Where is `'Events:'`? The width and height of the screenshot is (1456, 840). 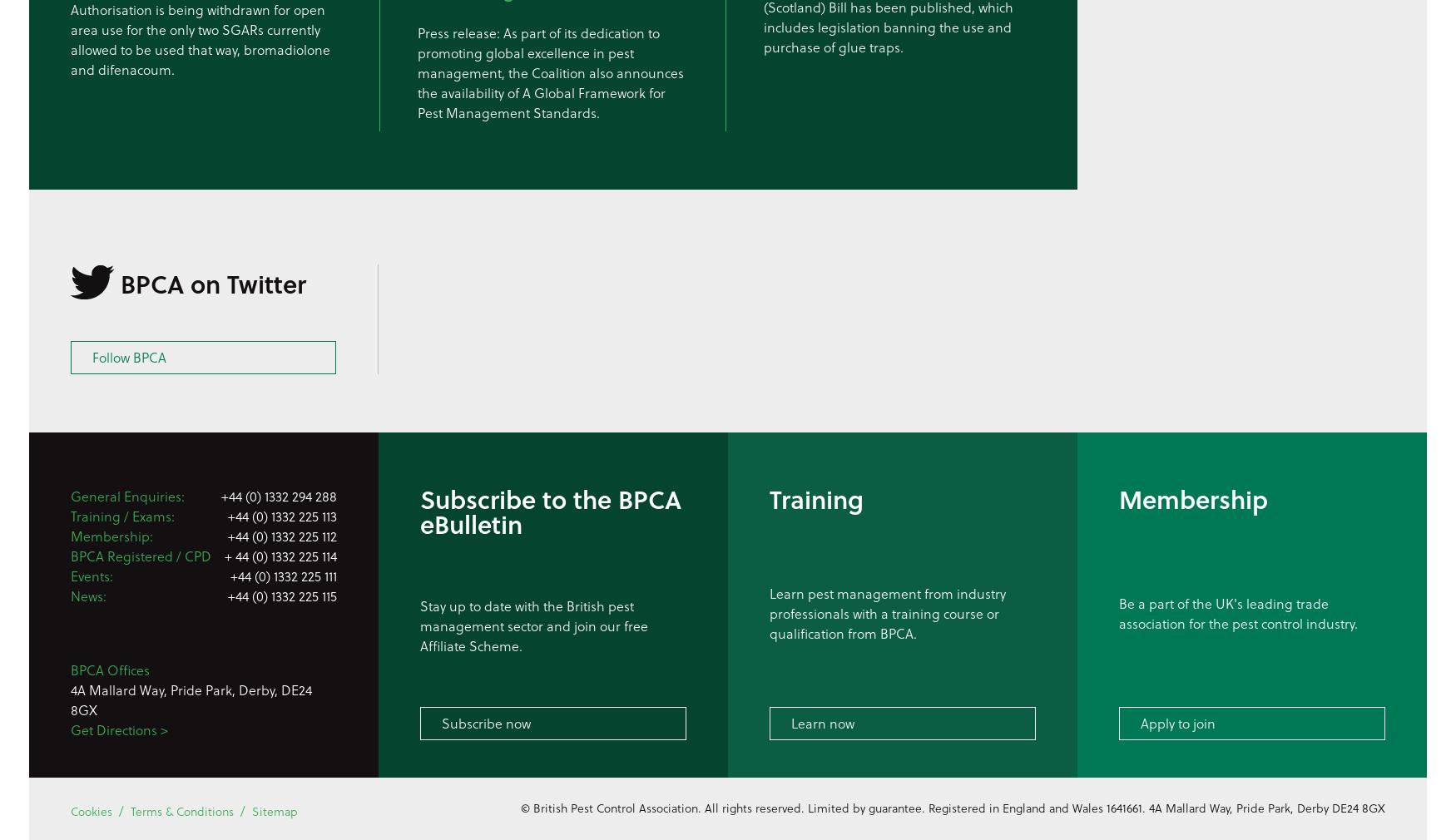 'Events:' is located at coordinates (92, 575).